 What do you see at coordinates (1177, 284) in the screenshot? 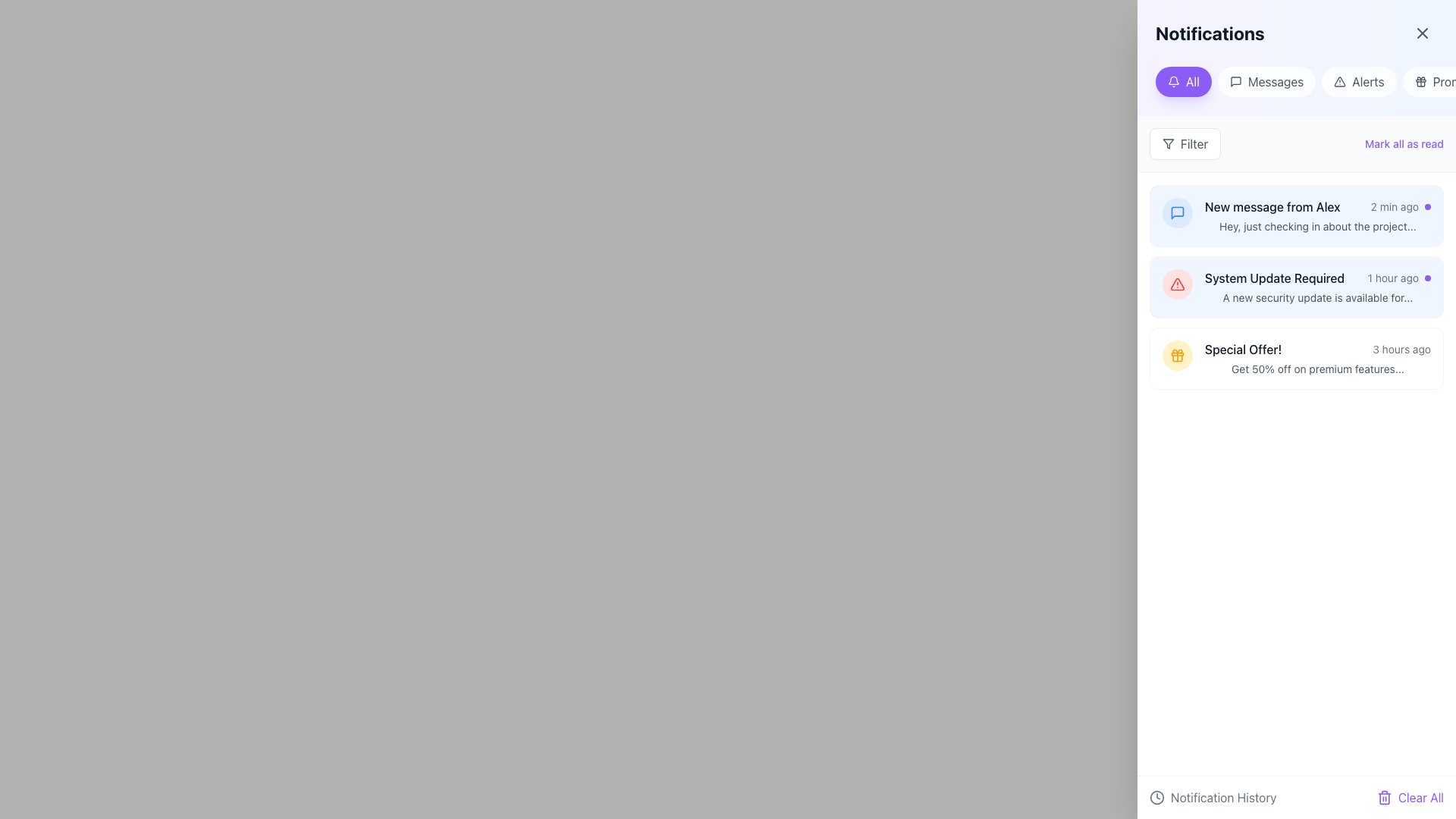
I see `the warning indicator icon located on the right sidebar, which is directly above the 'System Update Required' notification` at bounding box center [1177, 284].